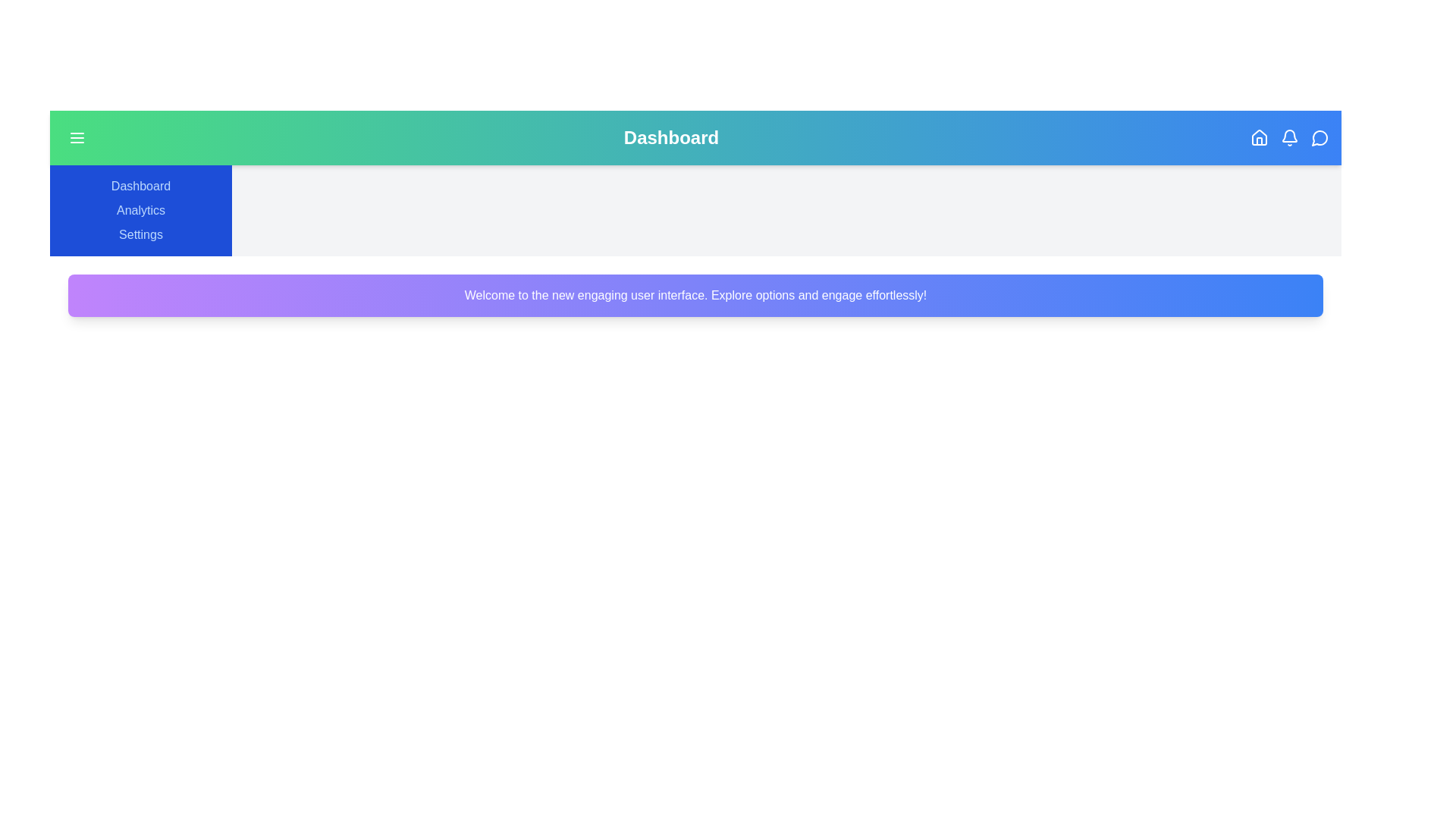 The image size is (1456, 819). What do you see at coordinates (1319, 137) in the screenshot?
I see `the 'MessageCircle' icon located in the top bar of the DashboardAppBar` at bounding box center [1319, 137].